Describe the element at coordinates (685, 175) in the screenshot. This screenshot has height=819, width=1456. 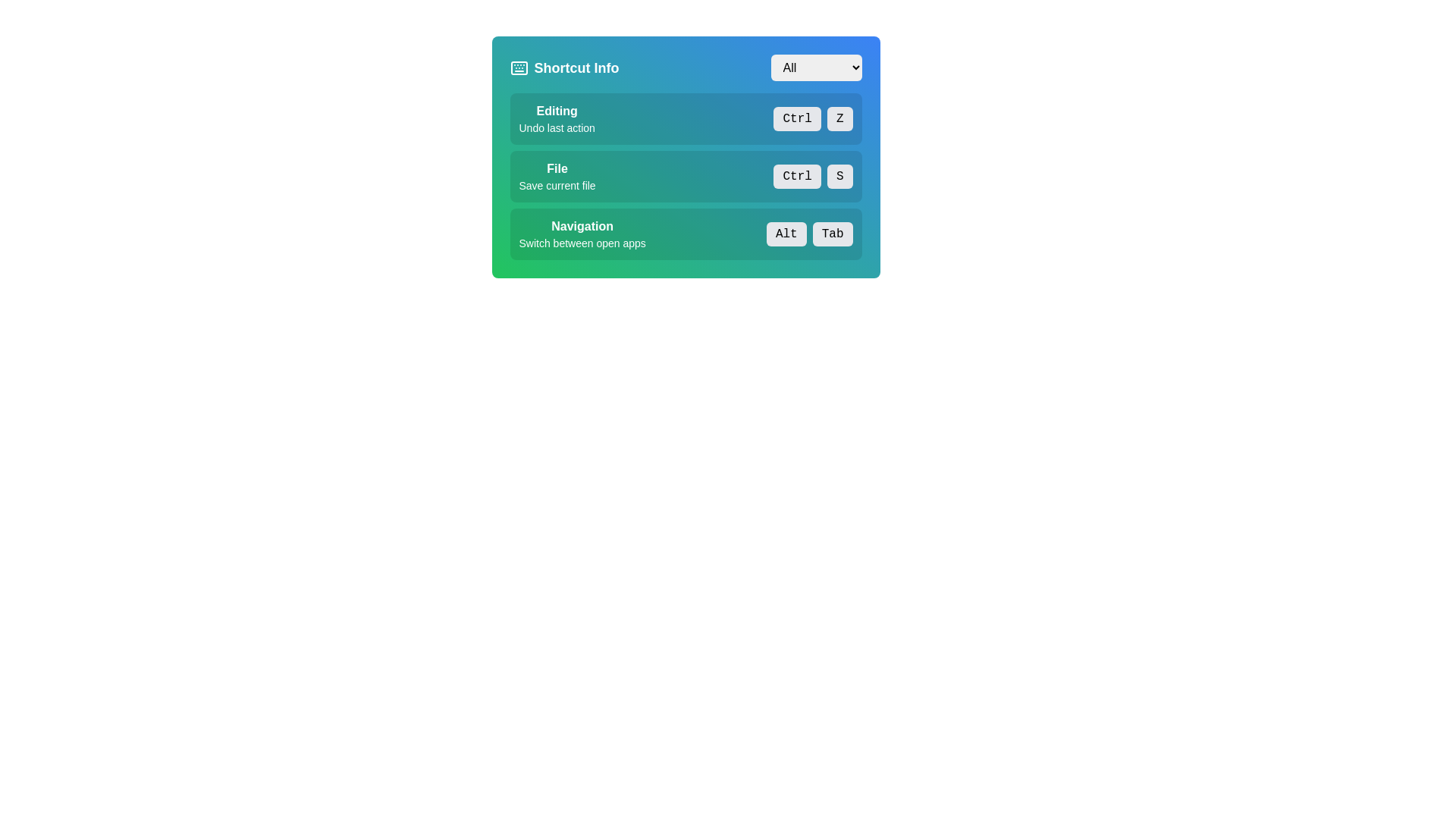
I see `the informational button labeled 'File' that indicates 'Save current file' within the 'Shortcut Info' section` at that location.